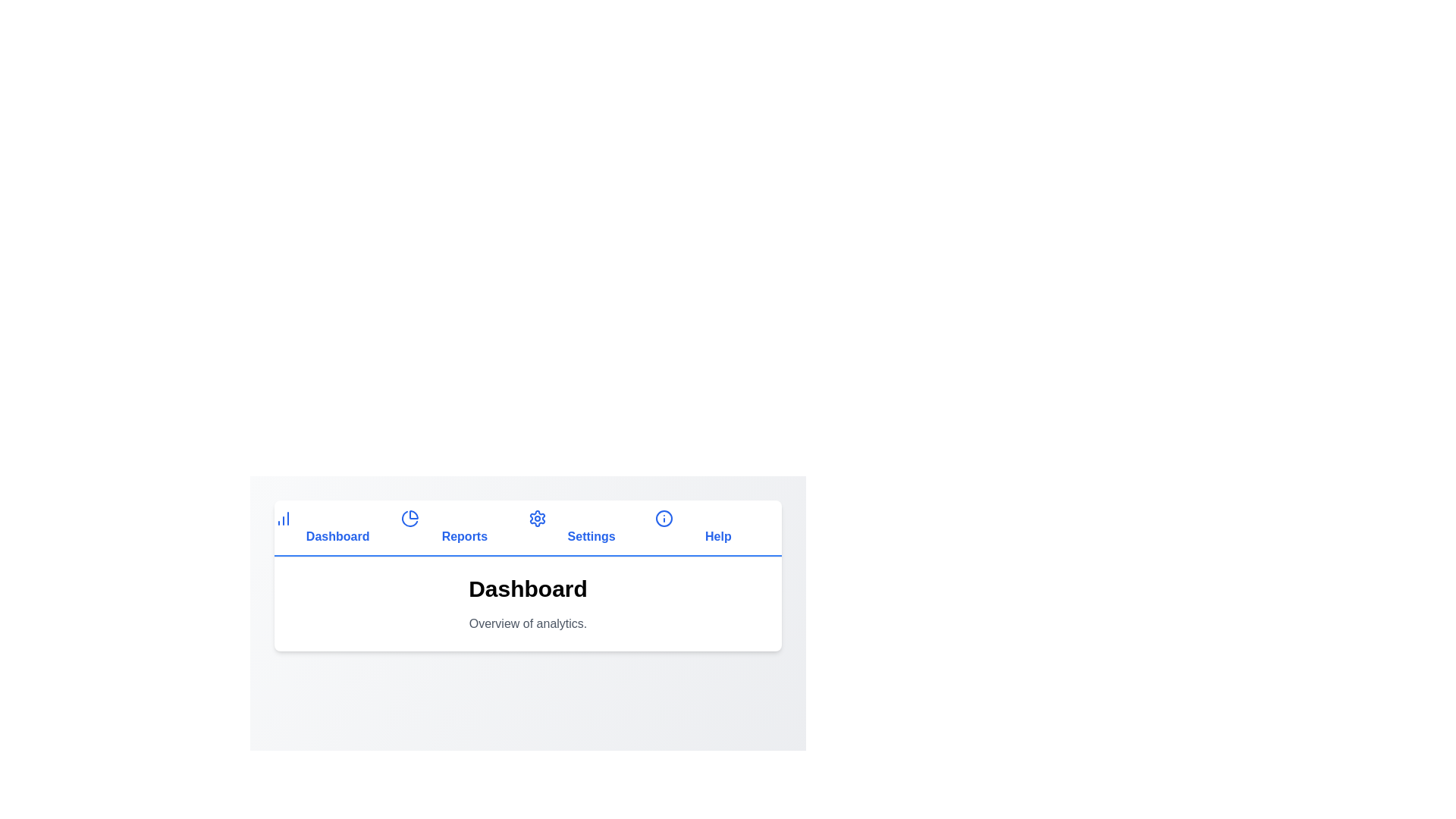  What do you see at coordinates (717, 528) in the screenshot?
I see `the 'Help' button in the navigation bar` at bounding box center [717, 528].